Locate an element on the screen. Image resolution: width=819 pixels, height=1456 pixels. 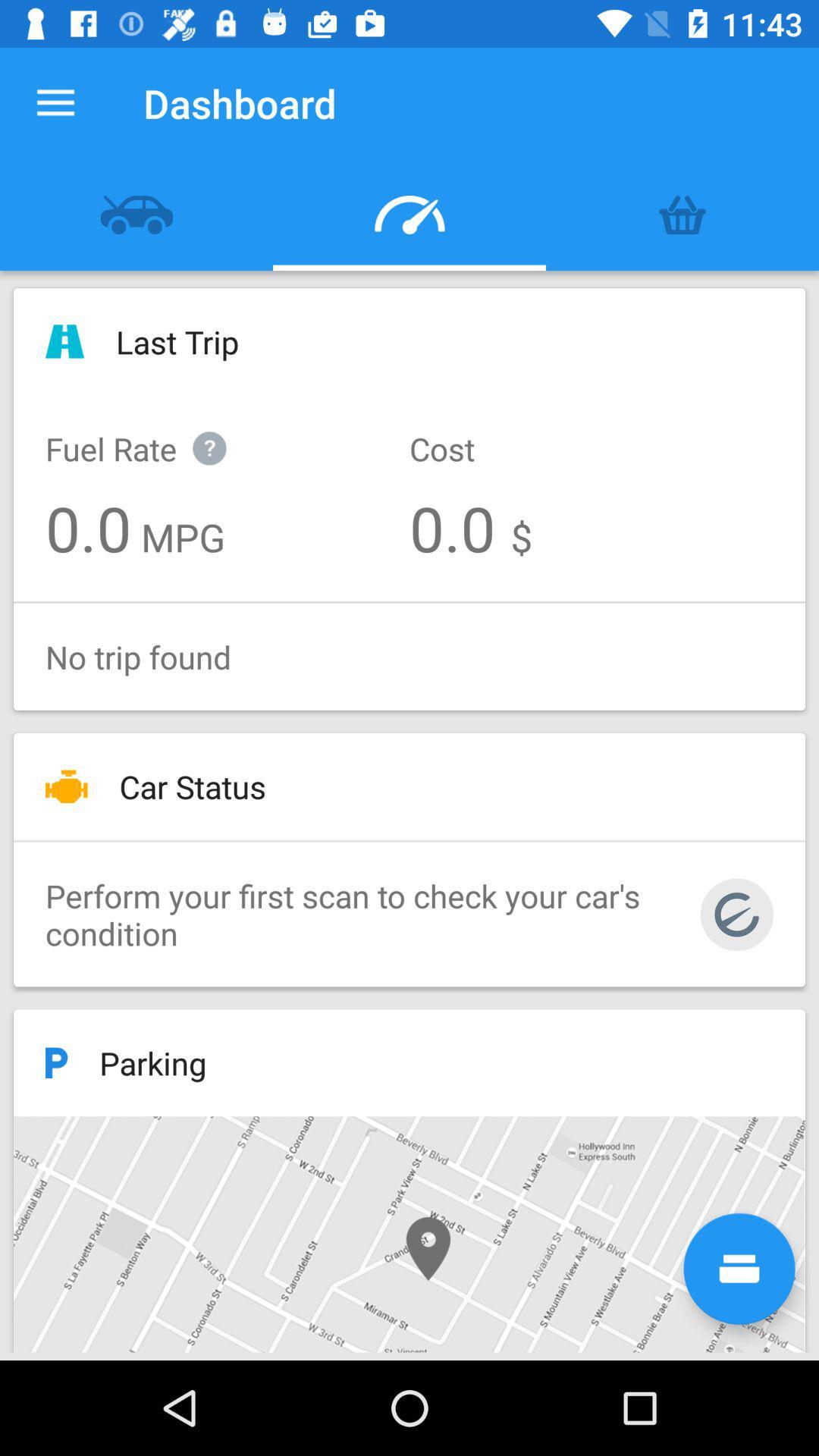
icon to the left of the cost icon is located at coordinates (152, 431).